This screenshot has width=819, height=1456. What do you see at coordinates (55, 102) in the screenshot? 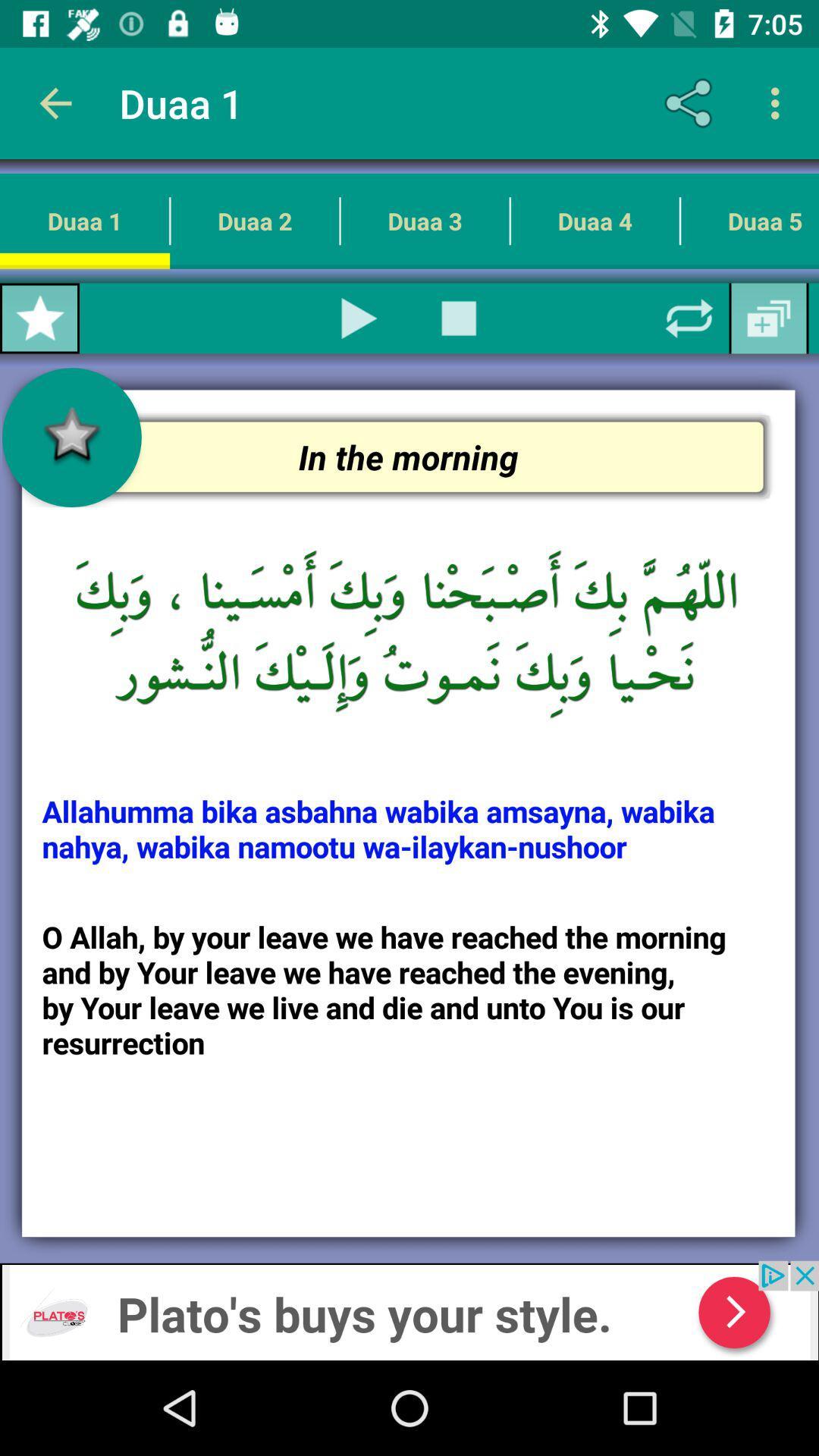
I see `the app next to duaa 1 app` at bounding box center [55, 102].